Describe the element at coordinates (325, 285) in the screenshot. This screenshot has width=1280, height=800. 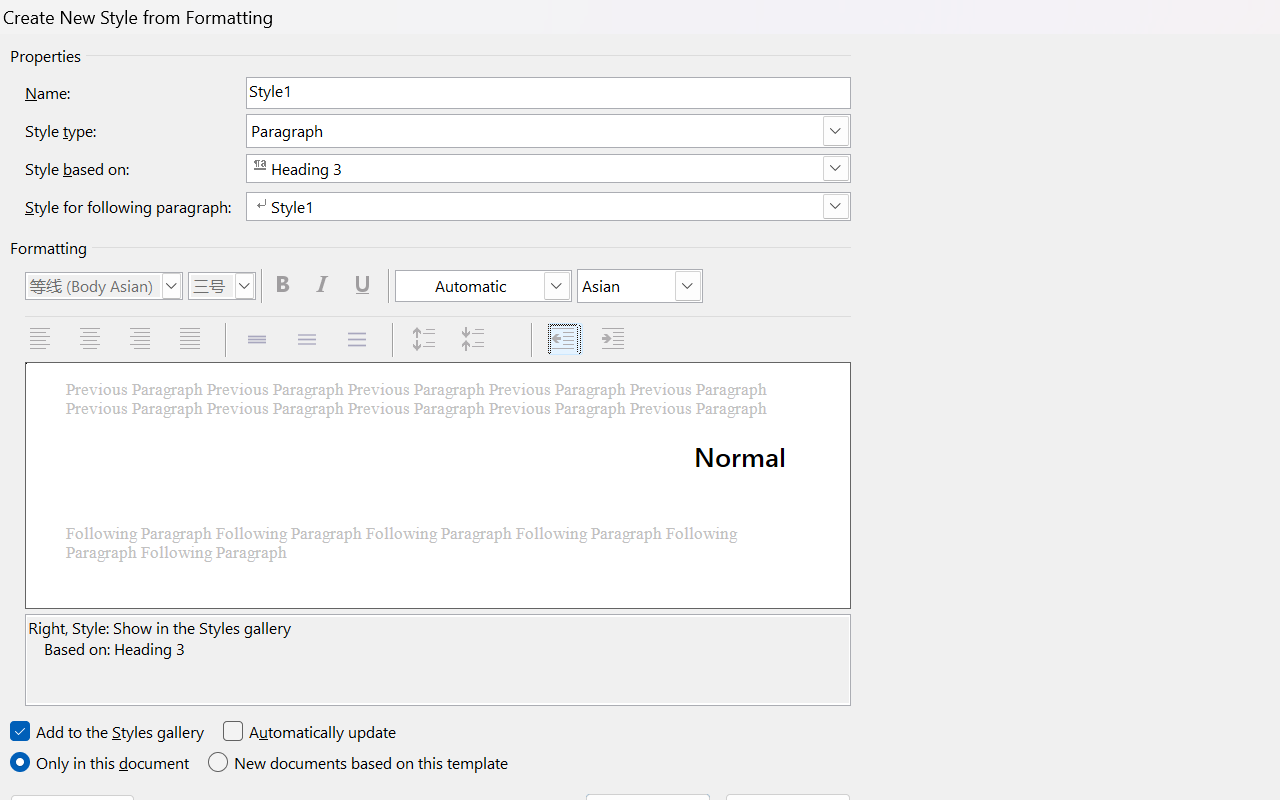
I see `'Italic'` at that location.